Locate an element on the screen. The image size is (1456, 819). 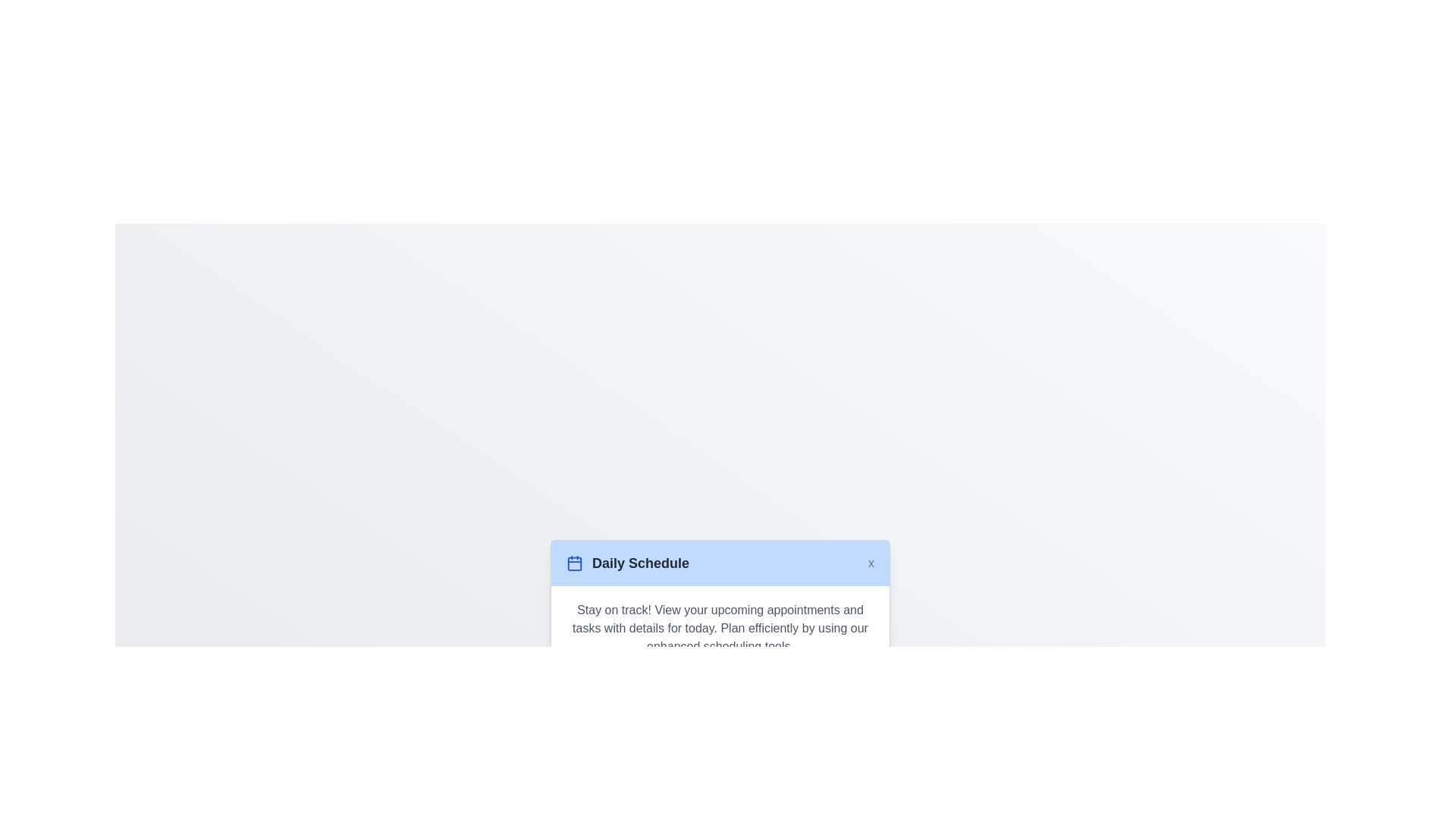
informational text content area located within the 'Daily Schedule' card, positioned below the title section and before the action buttons is located at coordinates (720, 628).